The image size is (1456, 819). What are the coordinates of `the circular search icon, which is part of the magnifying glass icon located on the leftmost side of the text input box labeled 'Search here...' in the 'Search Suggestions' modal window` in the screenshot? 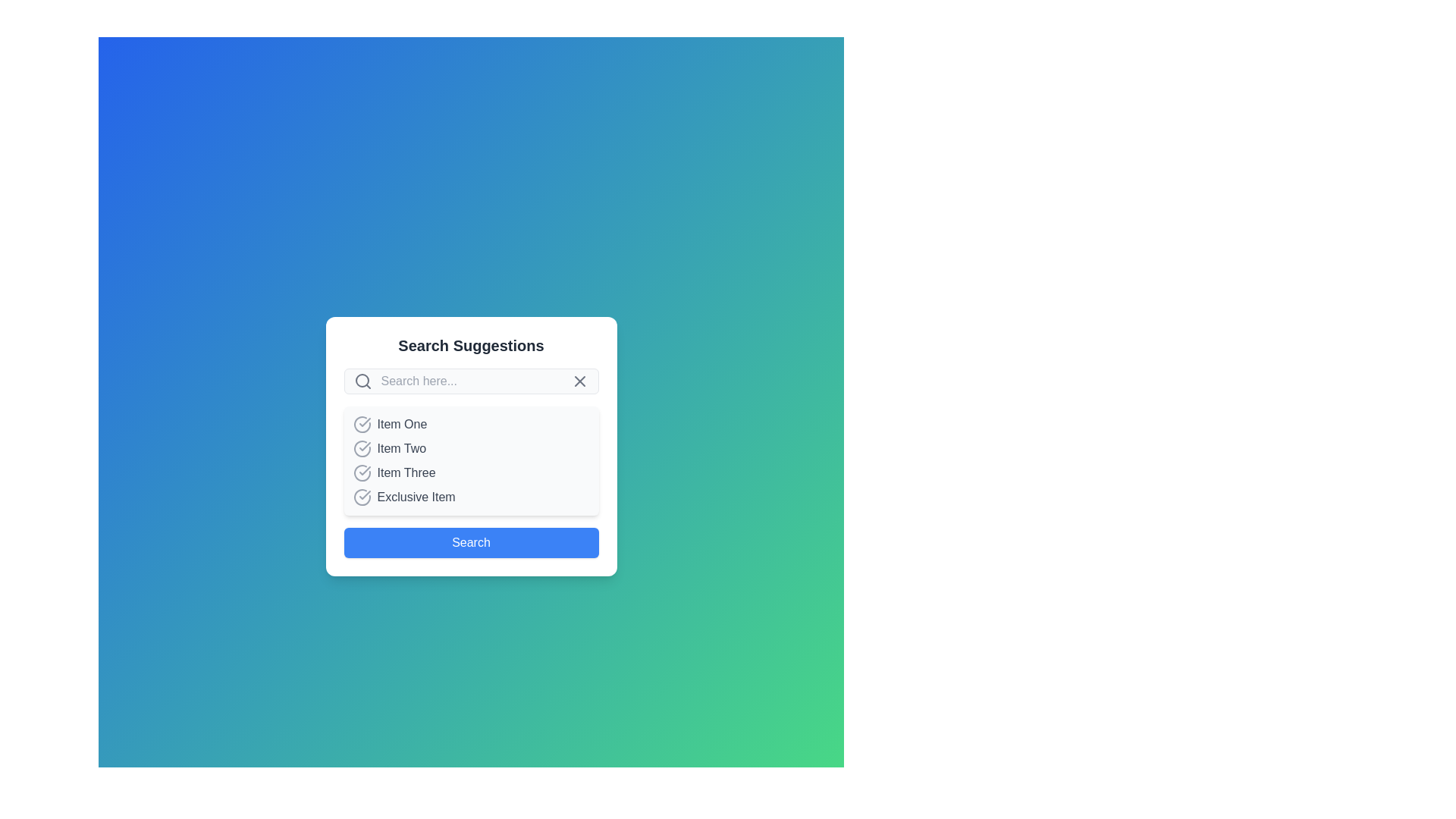 It's located at (361, 379).